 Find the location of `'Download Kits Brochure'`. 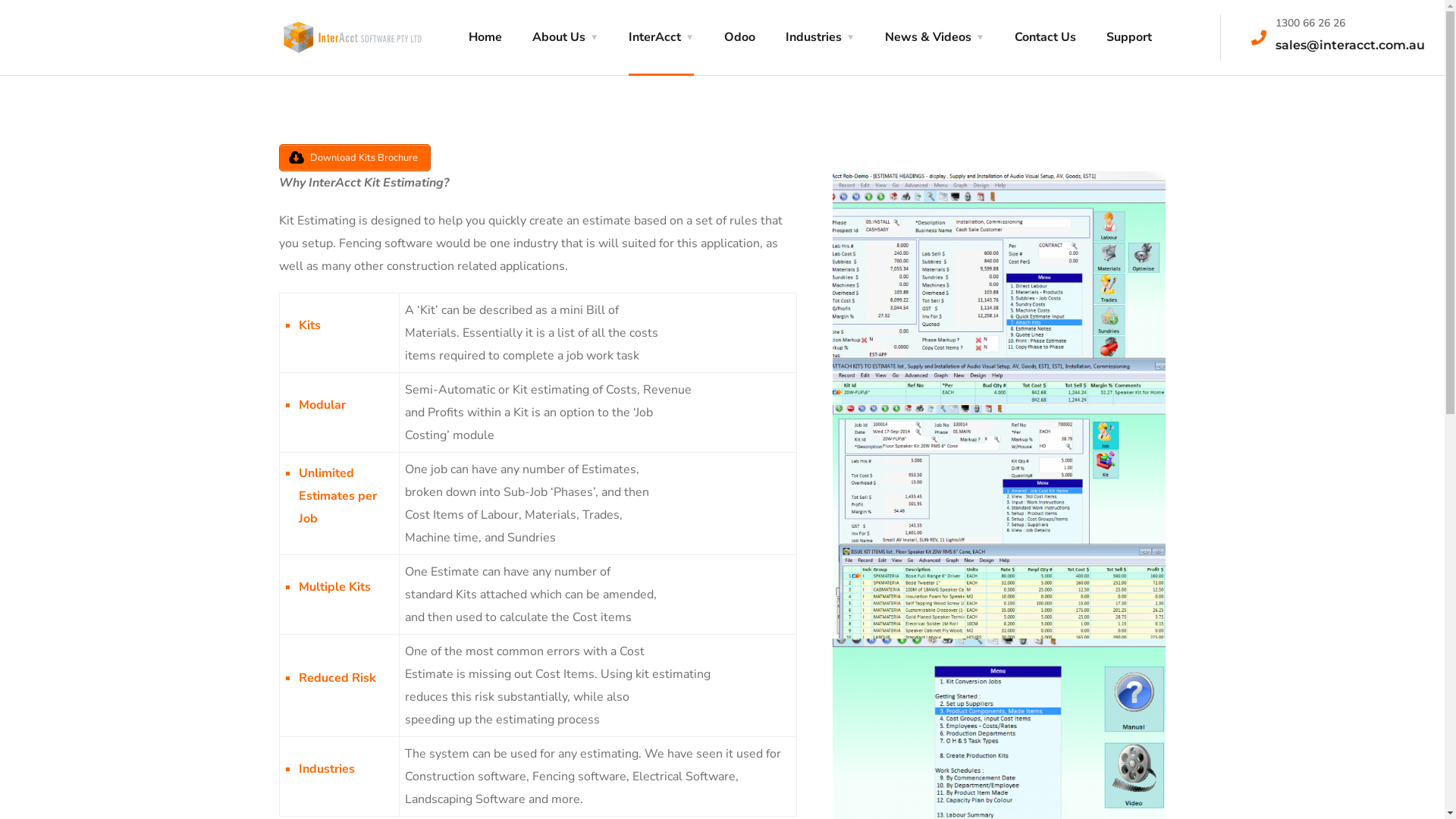

'Download Kits Brochure' is located at coordinates (279, 158).